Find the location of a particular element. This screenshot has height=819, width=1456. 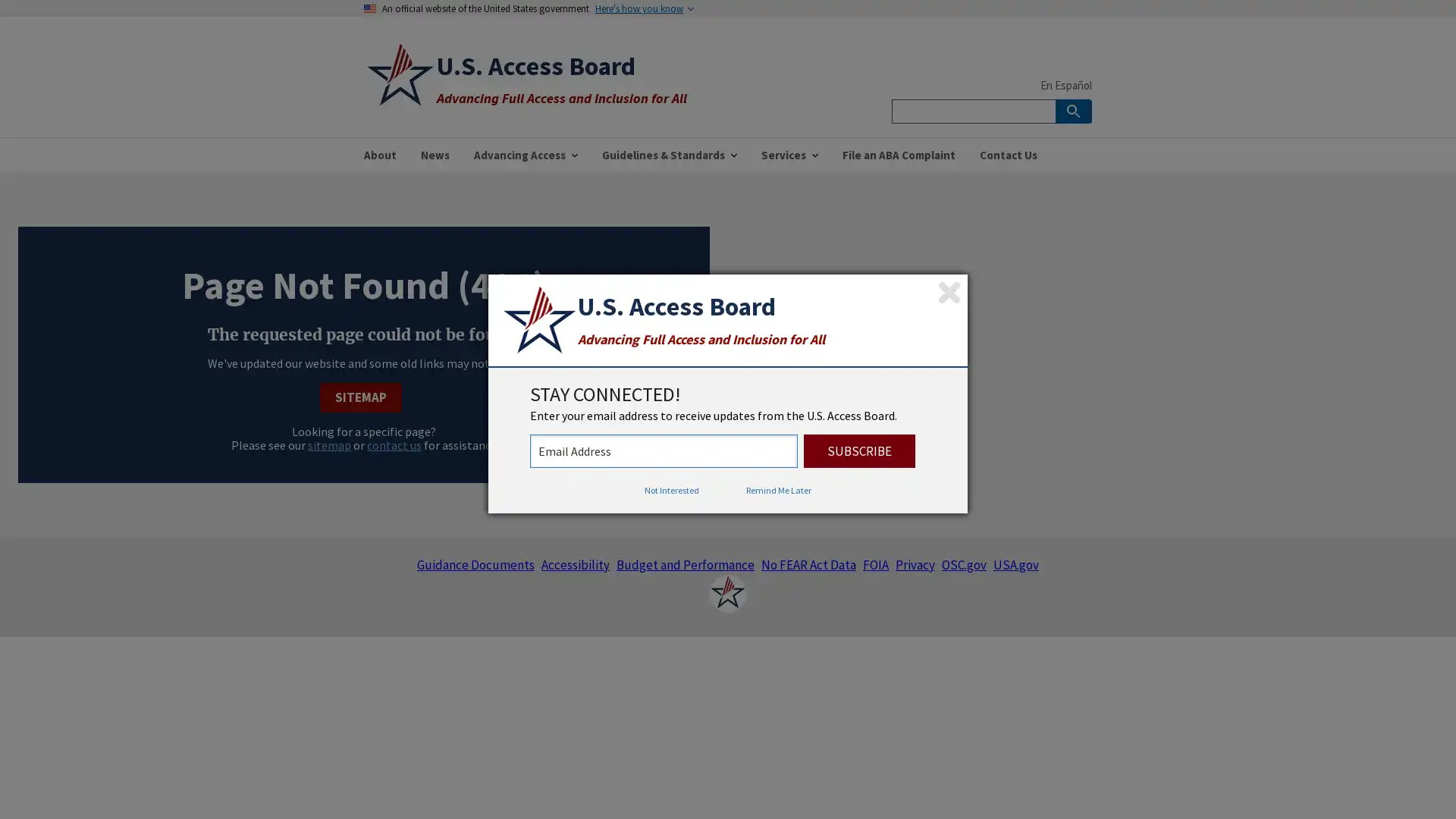

Not Interested is located at coordinates (671, 491).